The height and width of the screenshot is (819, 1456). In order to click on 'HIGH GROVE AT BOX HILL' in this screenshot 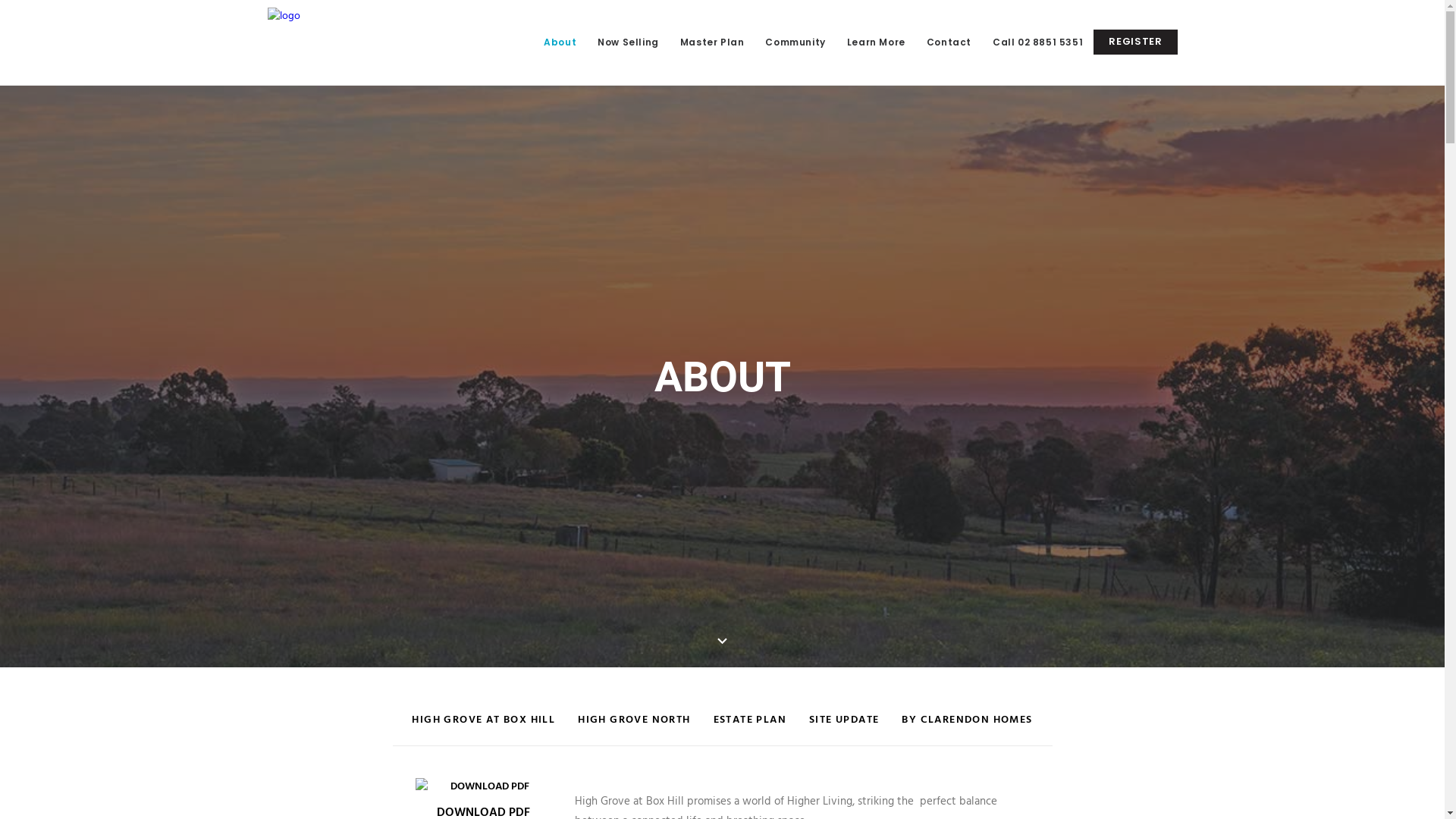, I will do `click(482, 727)`.